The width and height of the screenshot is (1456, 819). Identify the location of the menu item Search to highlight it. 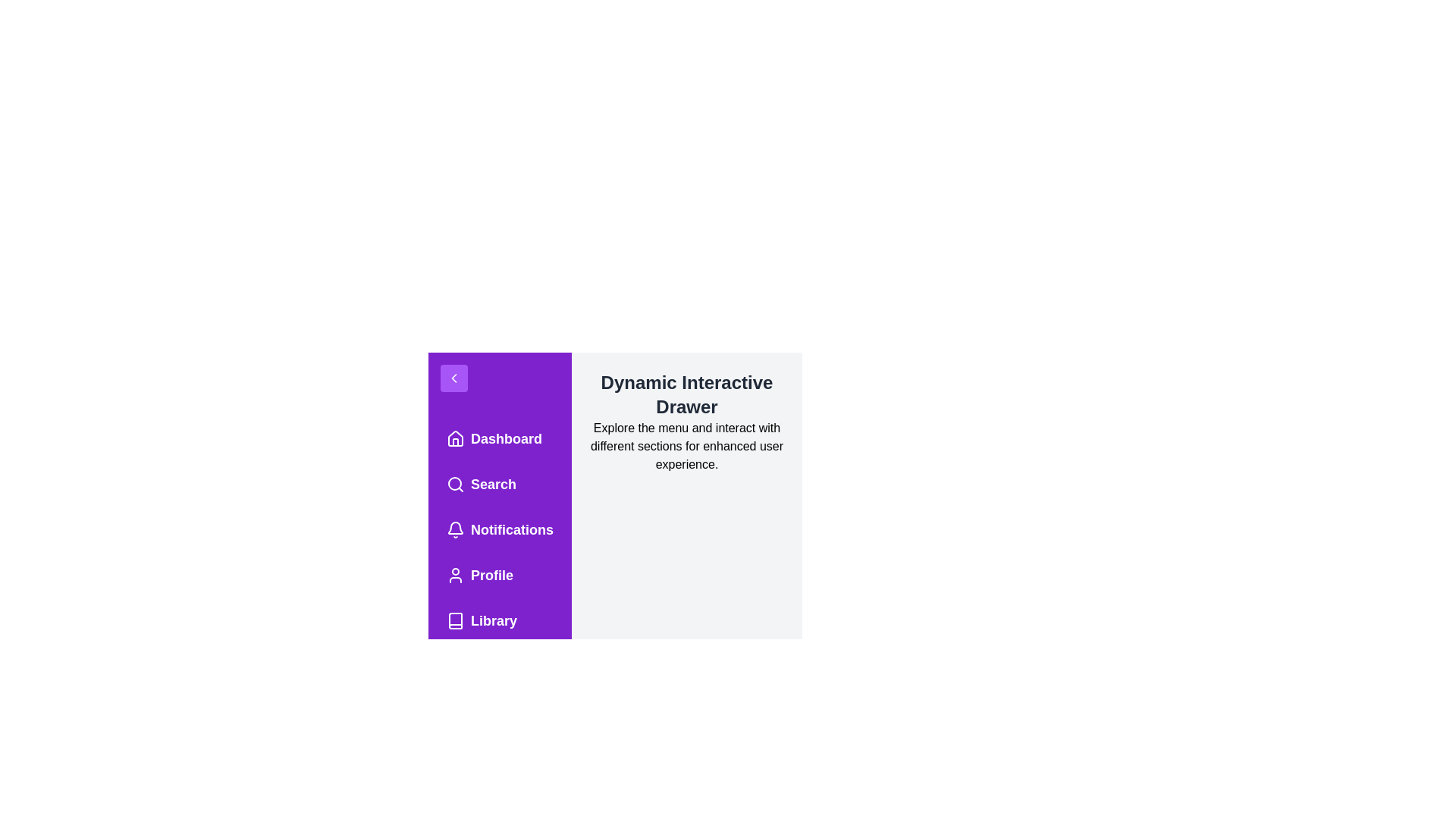
(499, 485).